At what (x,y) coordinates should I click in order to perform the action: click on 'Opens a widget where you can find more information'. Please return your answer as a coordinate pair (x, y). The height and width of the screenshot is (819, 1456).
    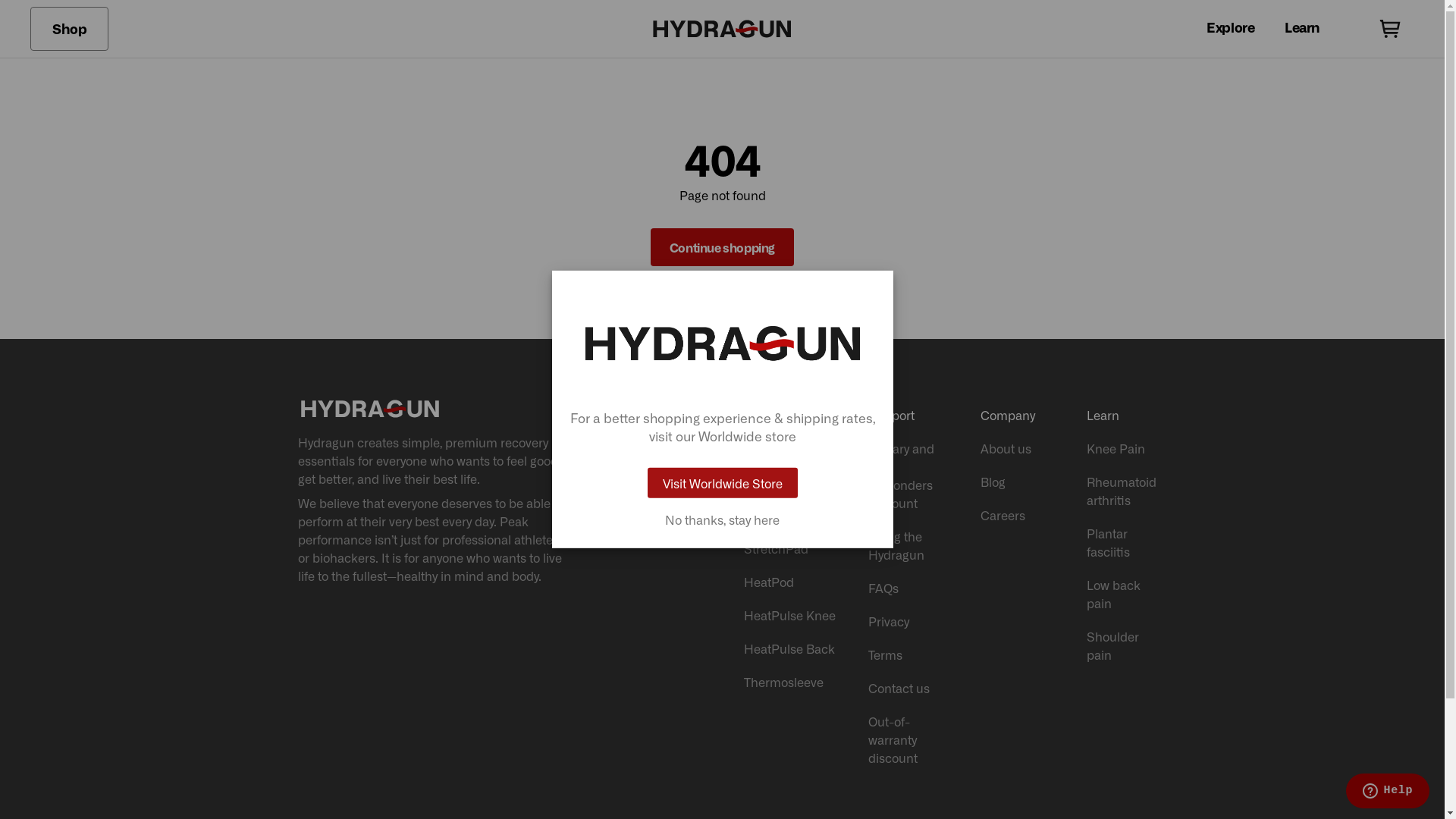
    Looking at the image, I should click on (1387, 792).